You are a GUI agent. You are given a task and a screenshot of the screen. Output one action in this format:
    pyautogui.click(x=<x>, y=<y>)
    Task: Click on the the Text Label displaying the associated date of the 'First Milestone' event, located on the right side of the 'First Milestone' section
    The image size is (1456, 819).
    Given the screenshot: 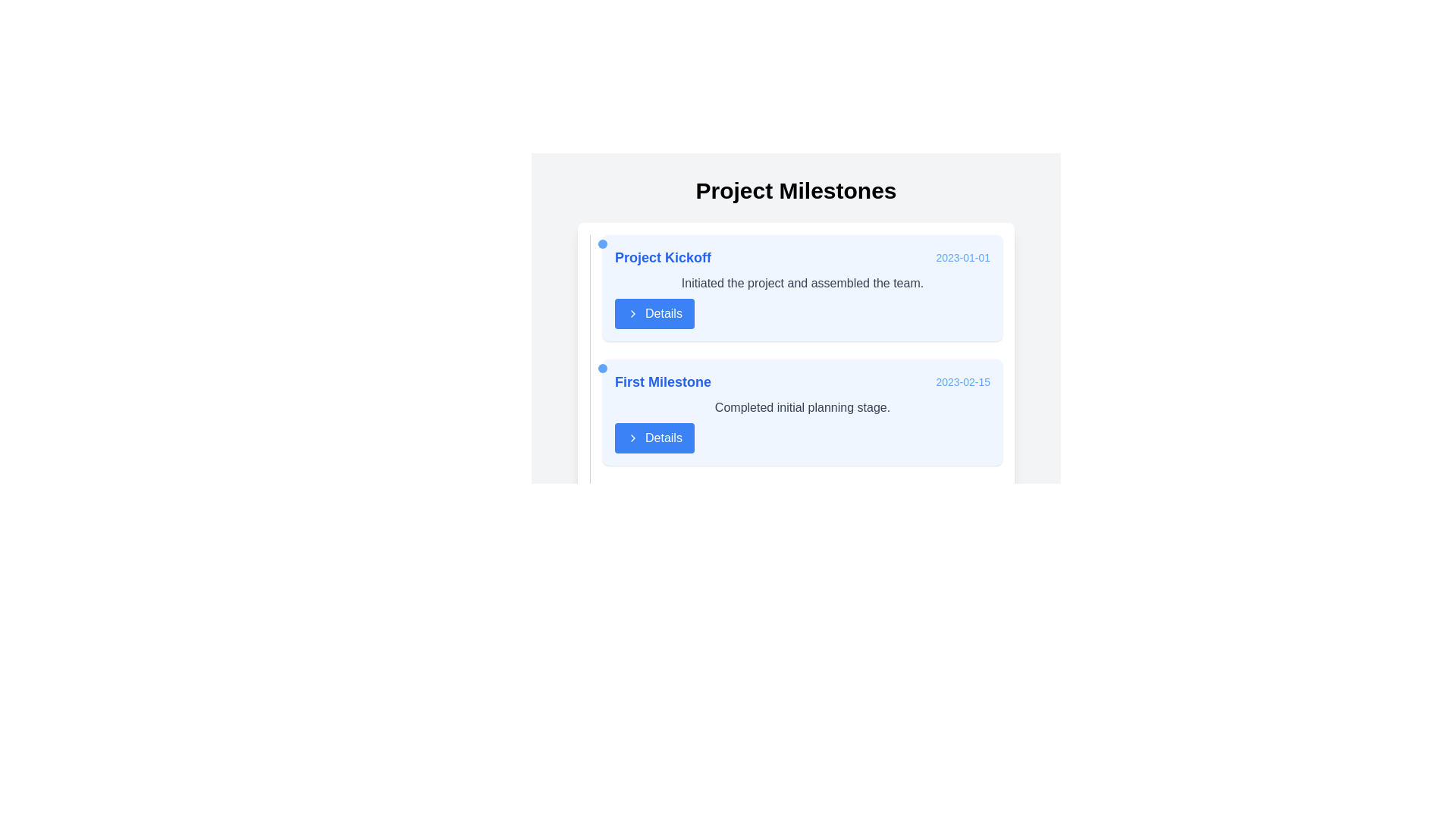 What is the action you would take?
    pyautogui.click(x=962, y=381)
    